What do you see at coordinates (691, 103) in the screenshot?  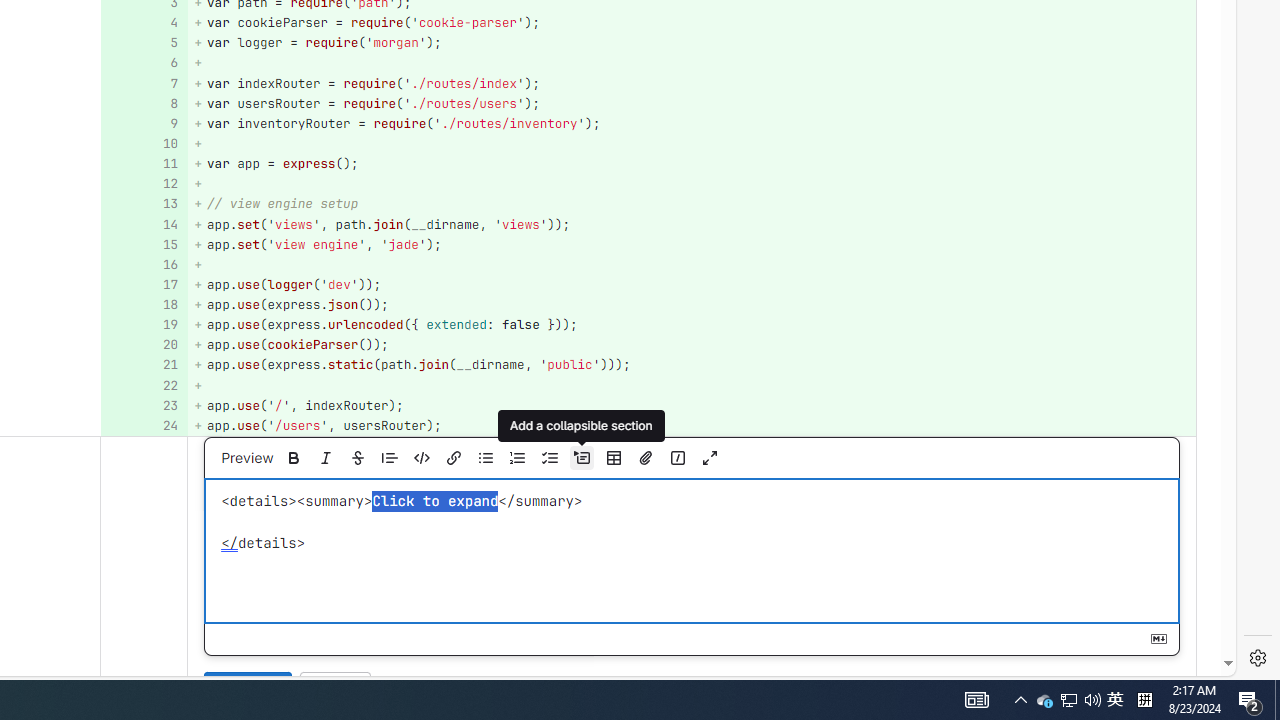 I see `'+ var usersRouter = require('` at bounding box center [691, 103].